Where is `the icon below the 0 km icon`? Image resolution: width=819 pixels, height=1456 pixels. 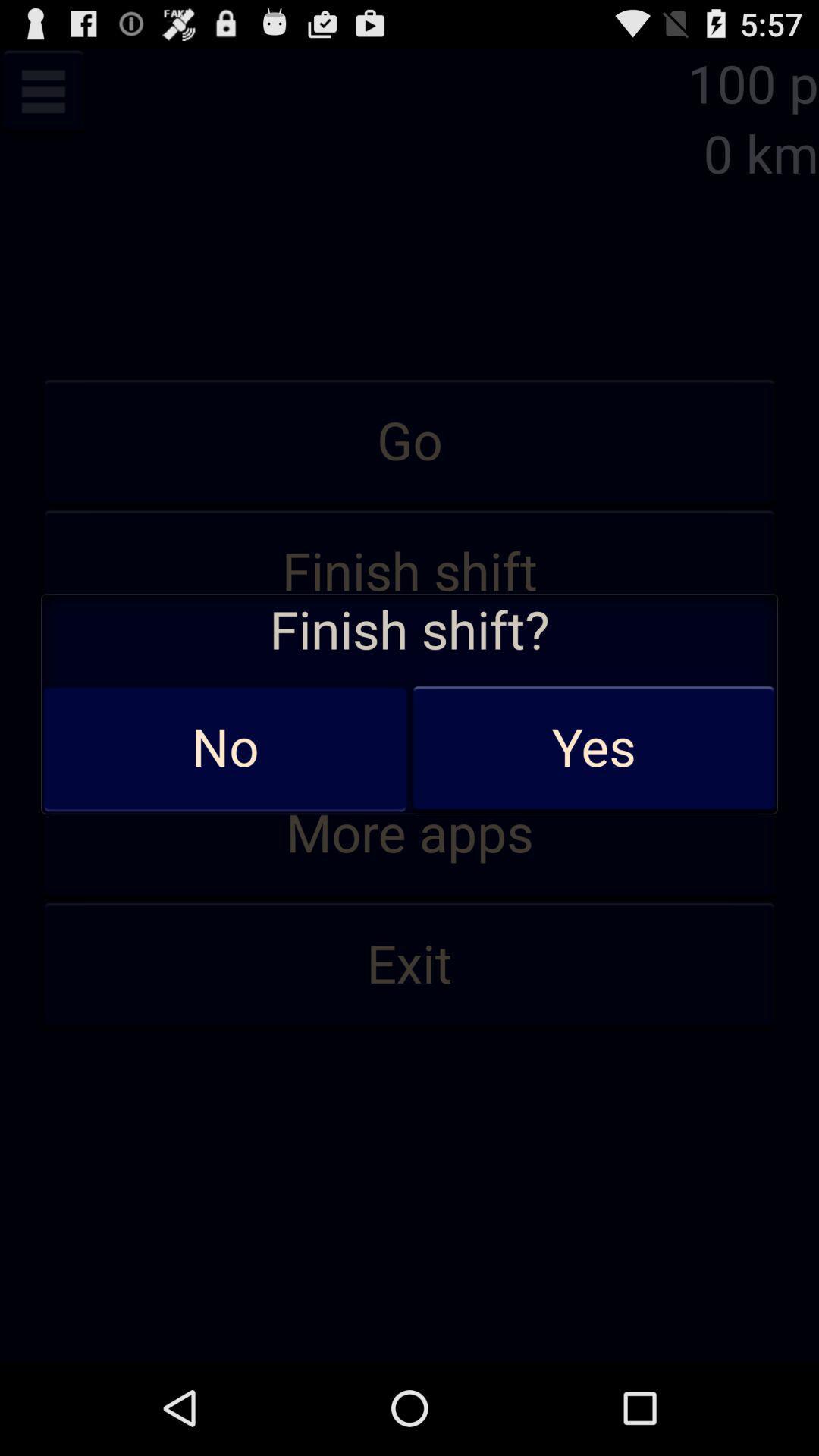 the icon below the 0 km icon is located at coordinates (409, 441).